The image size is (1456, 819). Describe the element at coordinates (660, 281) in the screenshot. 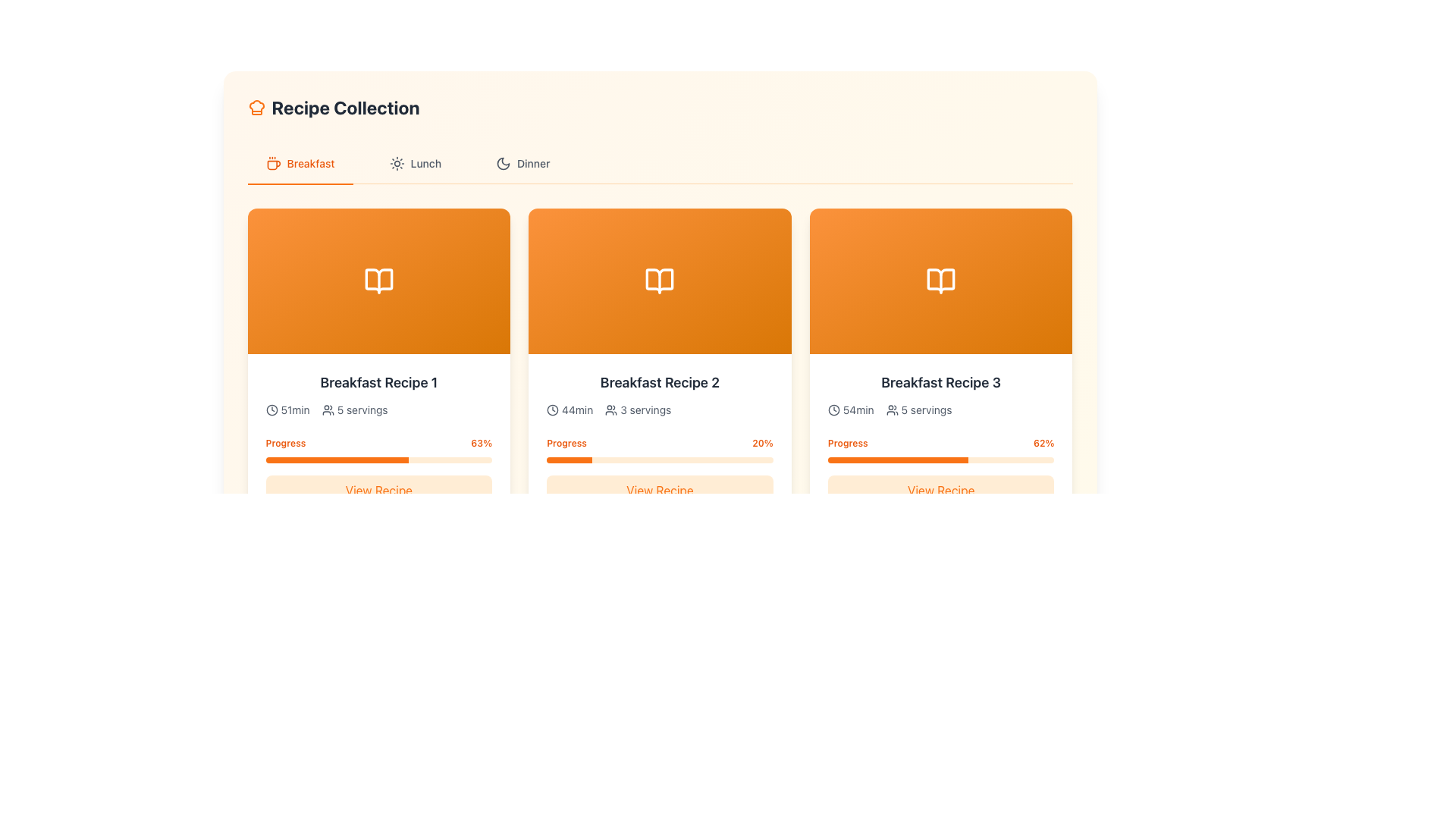

I see `open book icon located at the top-center of the 'Breakfast Recipe 2' card, which is visually represented in white on an orange background` at that location.